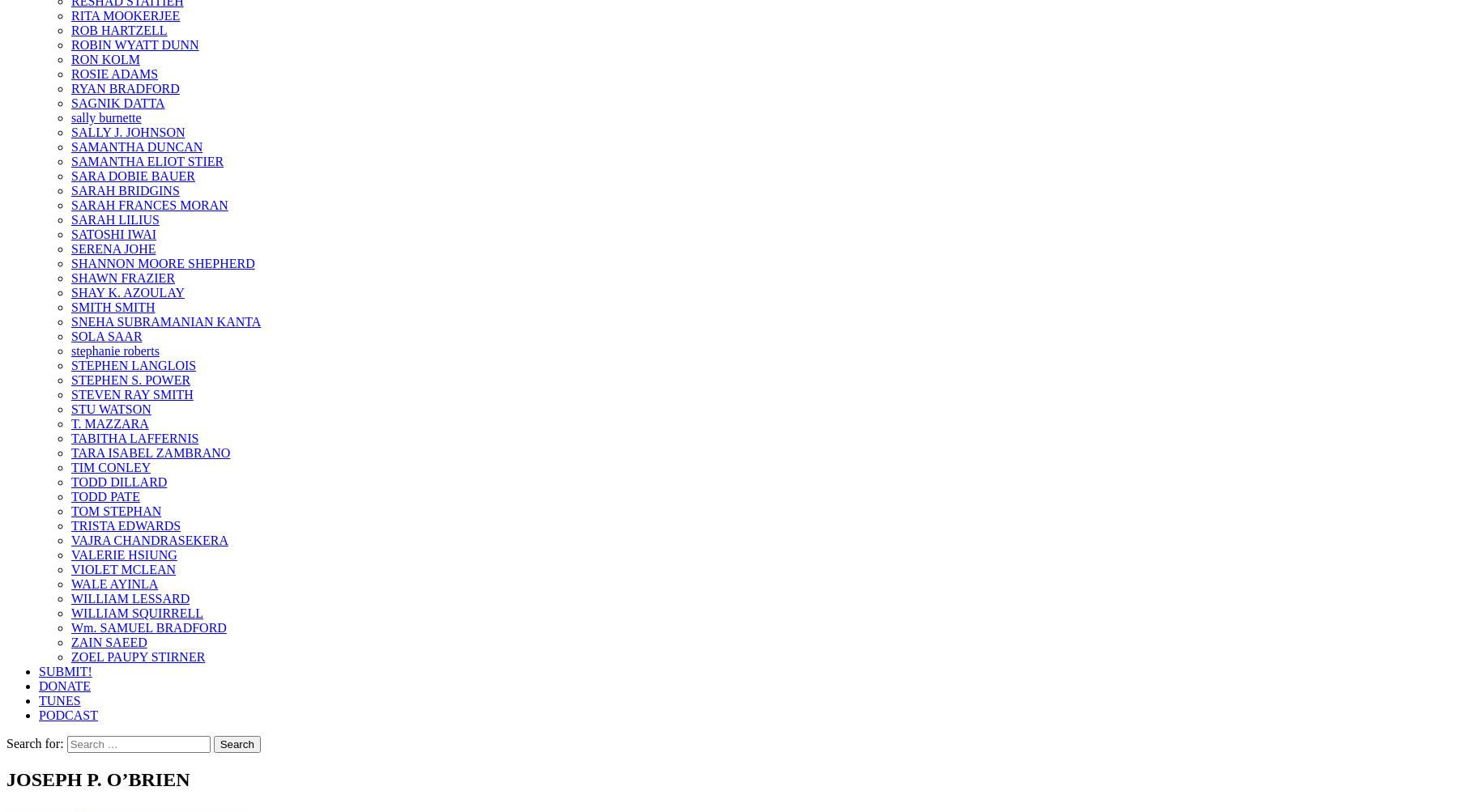 Image resolution: width=1458 pixels, height=812 pixels. I want to click on 'PODCAST', so click(67, 715).